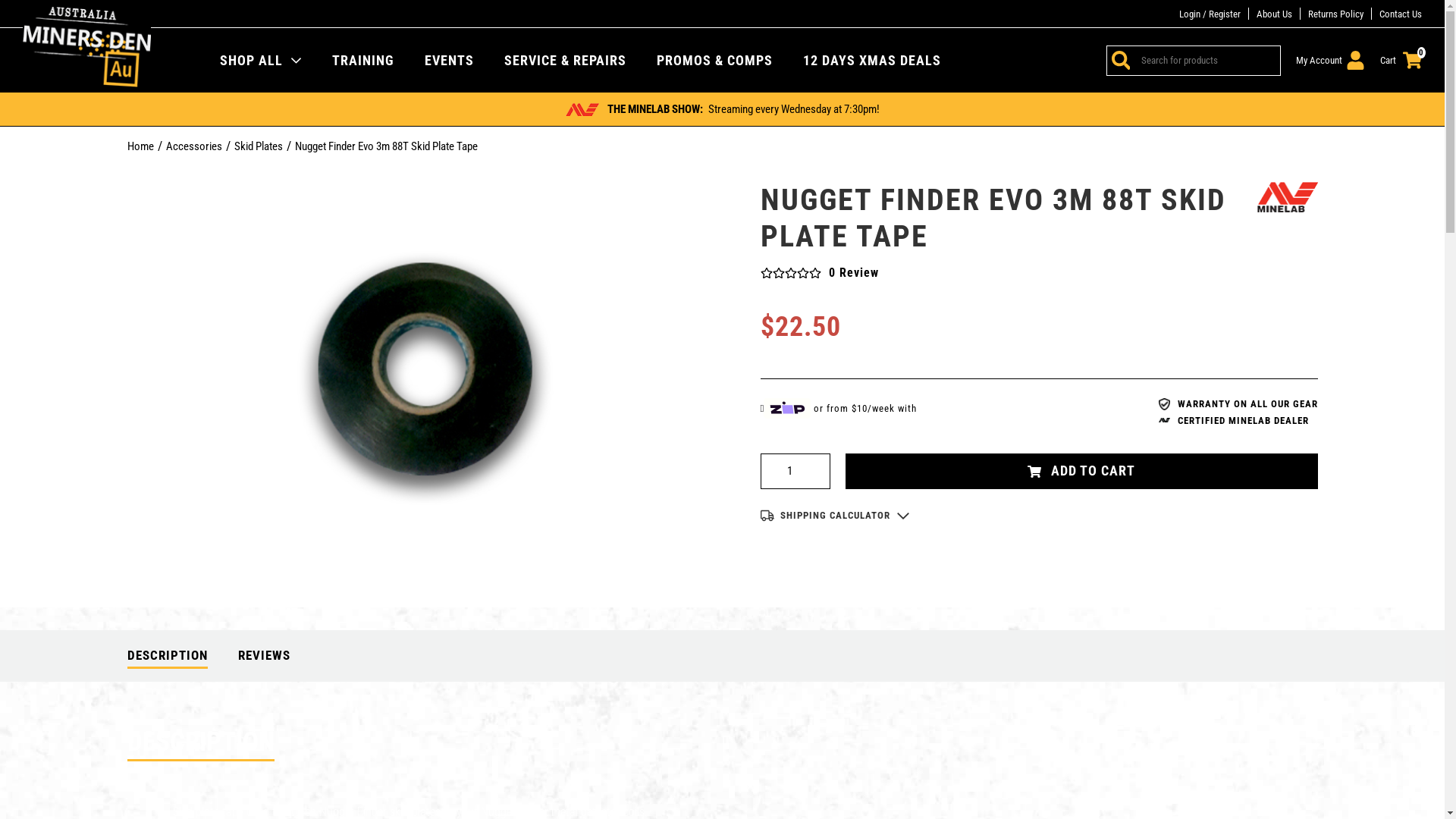 The image size is (1456, 819). I want to click on 'About Us', so click(1274, 14).